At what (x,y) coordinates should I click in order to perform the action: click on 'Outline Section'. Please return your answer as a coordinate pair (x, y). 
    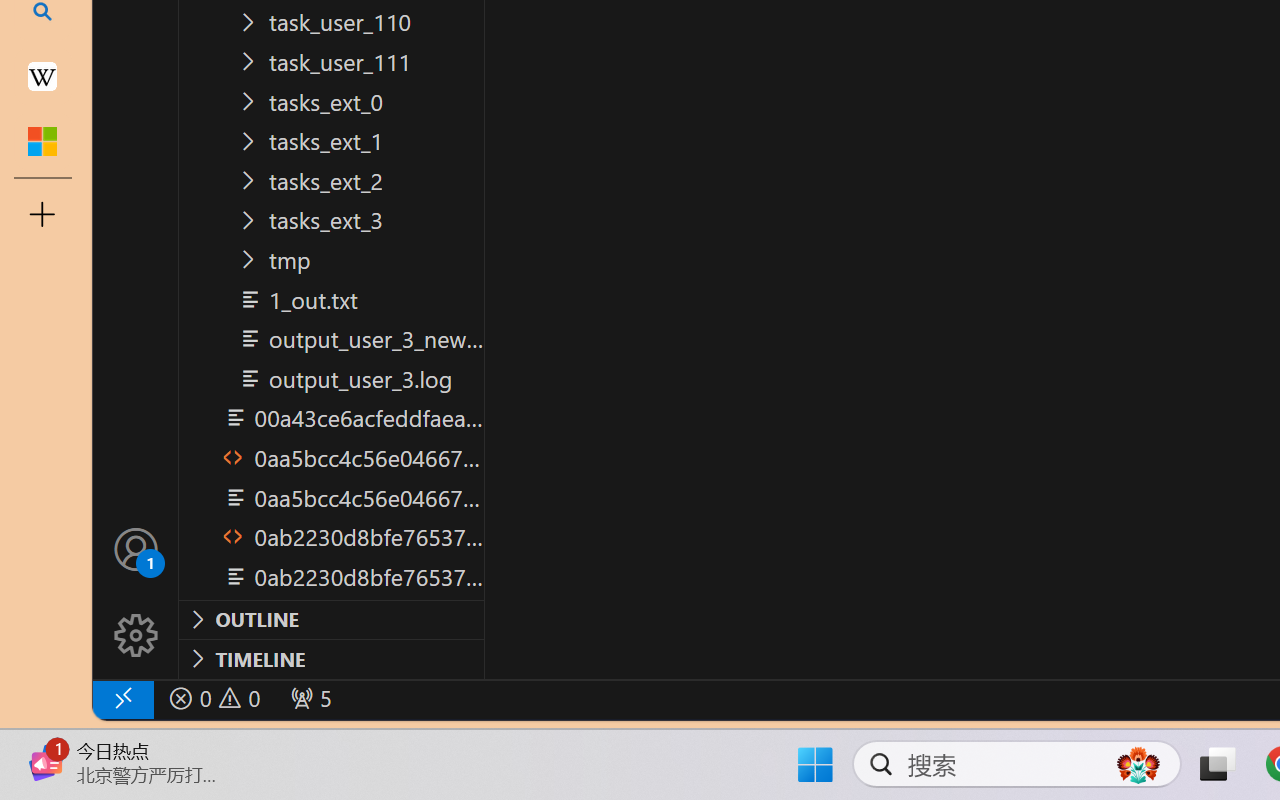
    Looking at the image, I should click on (331, 619).